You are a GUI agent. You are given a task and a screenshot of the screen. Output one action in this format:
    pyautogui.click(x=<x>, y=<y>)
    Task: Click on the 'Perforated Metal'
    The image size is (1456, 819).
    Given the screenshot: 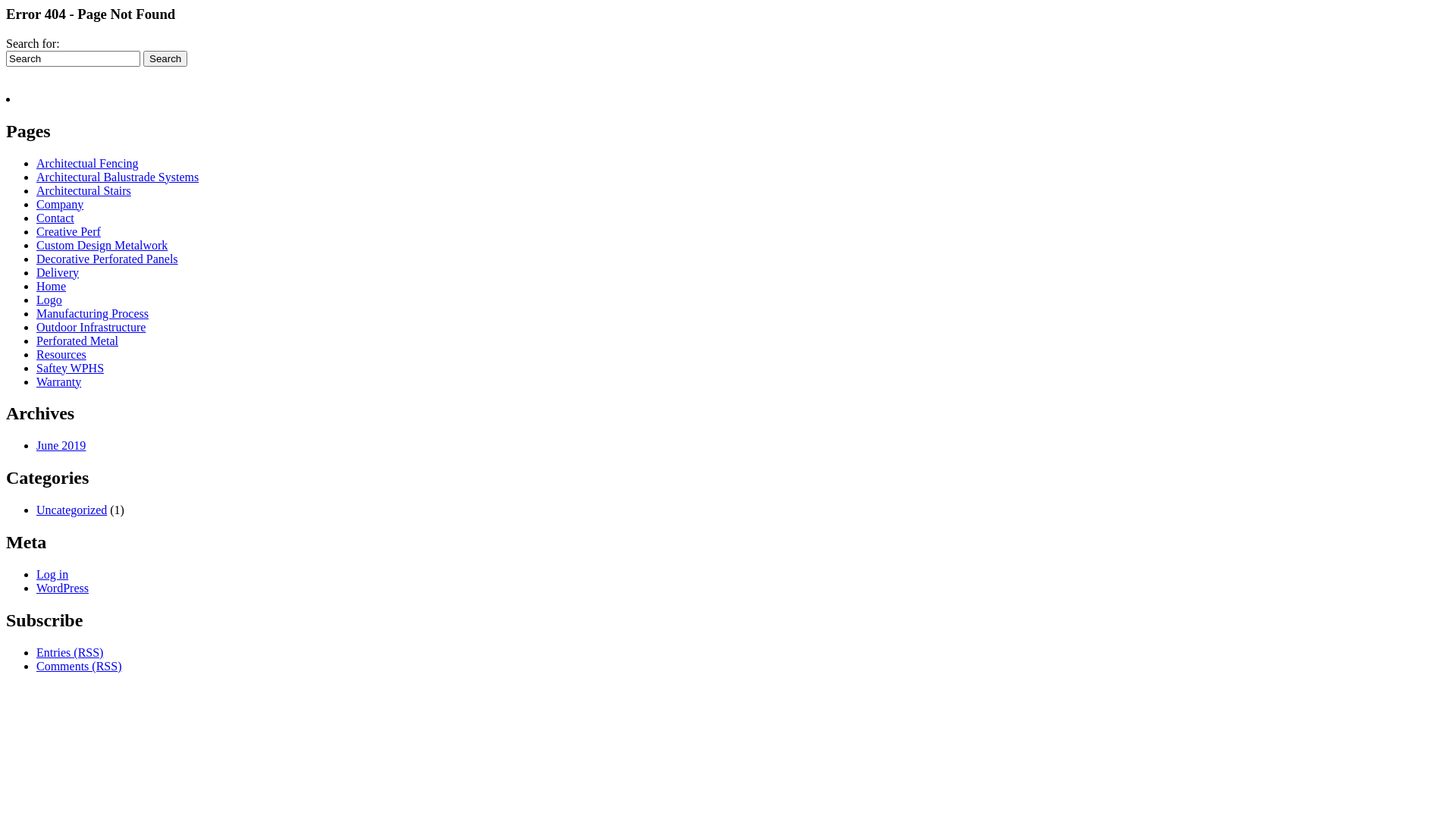 What is the action you would take?
    pyautogui.click(x=76, y=340)
    